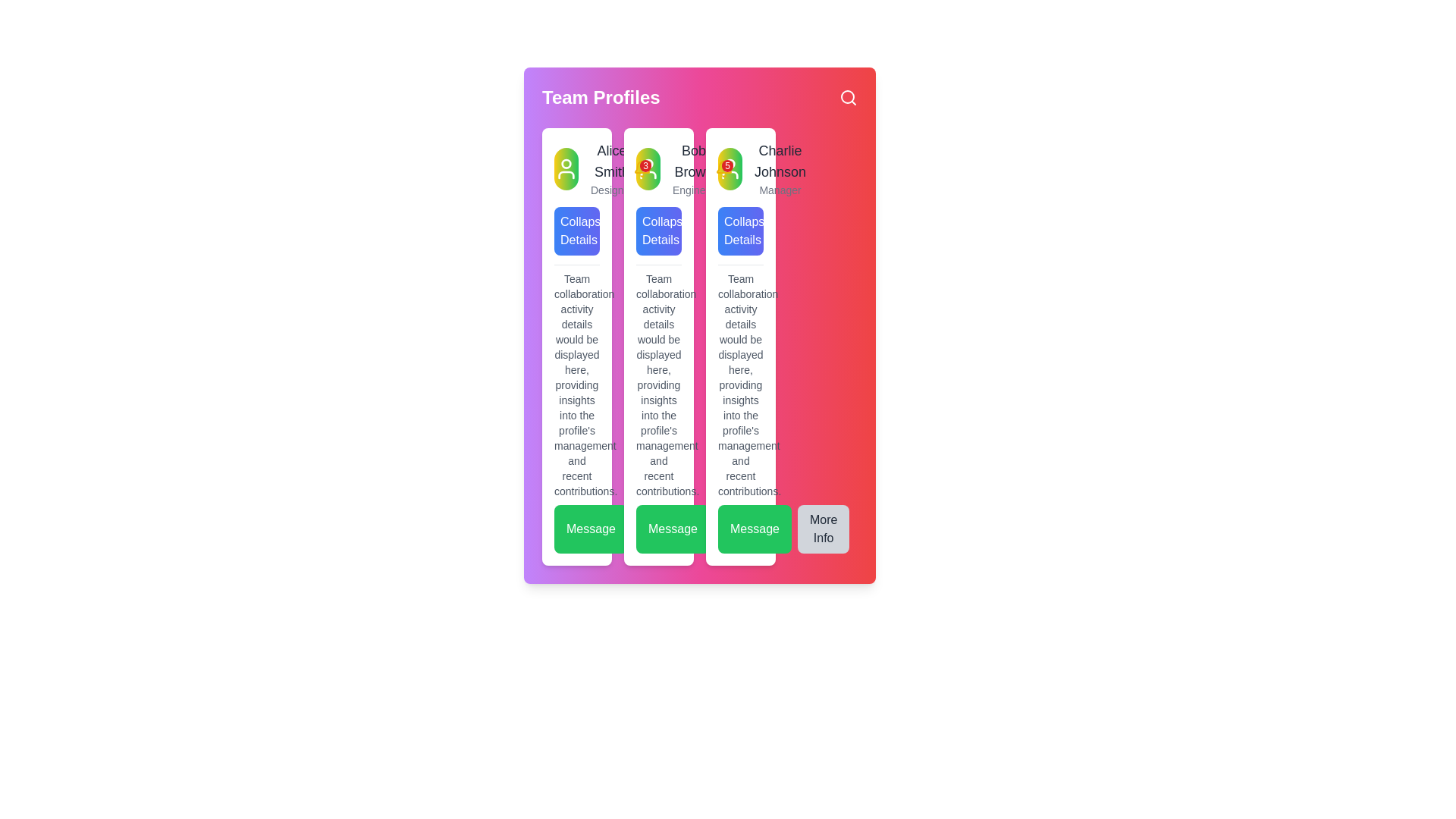  Describe the element at coordinates (730, 169) in the screenshot. I see `the circular graphical profile indicator located at the top-right corner of the 'Charlie Johnson Manager' column` at that location.